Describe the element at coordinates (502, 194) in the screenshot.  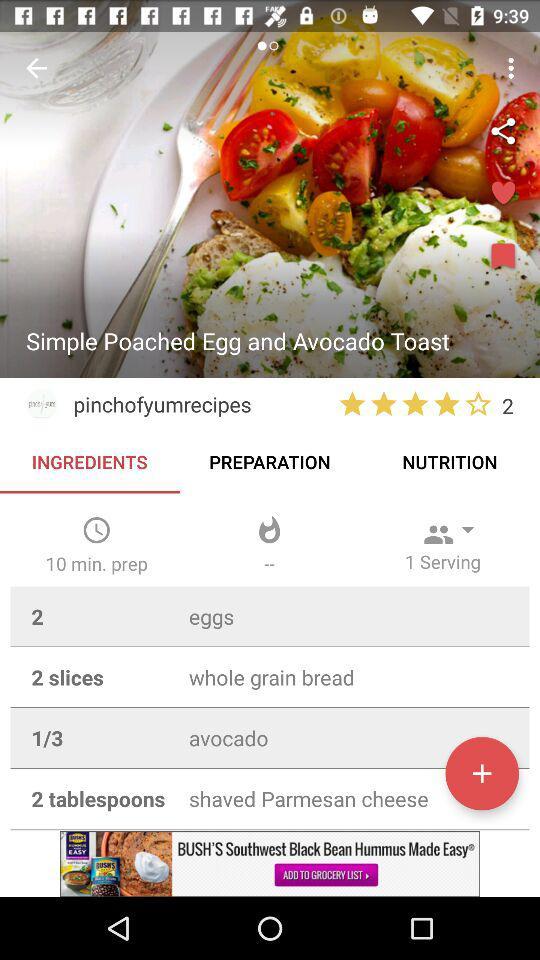
I see `the favorite icon` at that location.